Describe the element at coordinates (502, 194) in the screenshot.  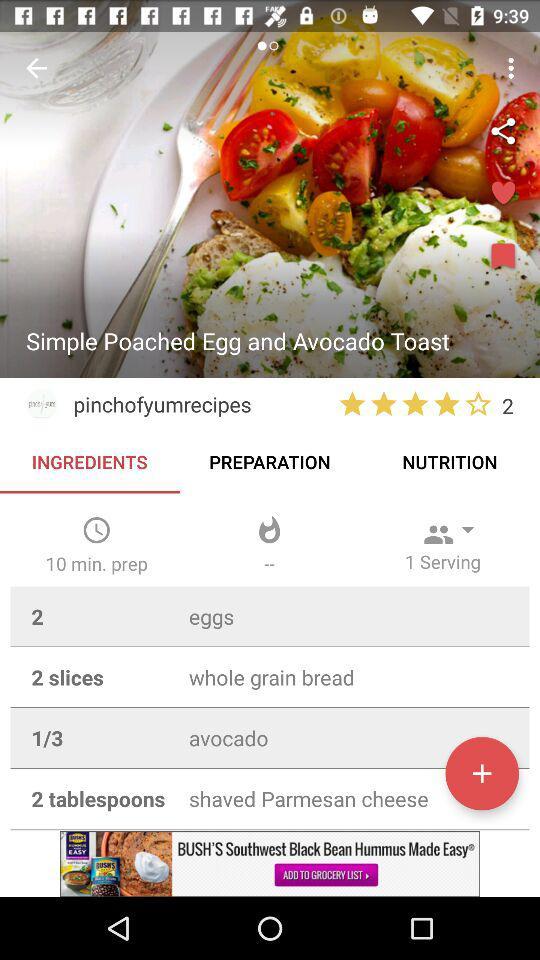
I see `the favorite icon` at that location.